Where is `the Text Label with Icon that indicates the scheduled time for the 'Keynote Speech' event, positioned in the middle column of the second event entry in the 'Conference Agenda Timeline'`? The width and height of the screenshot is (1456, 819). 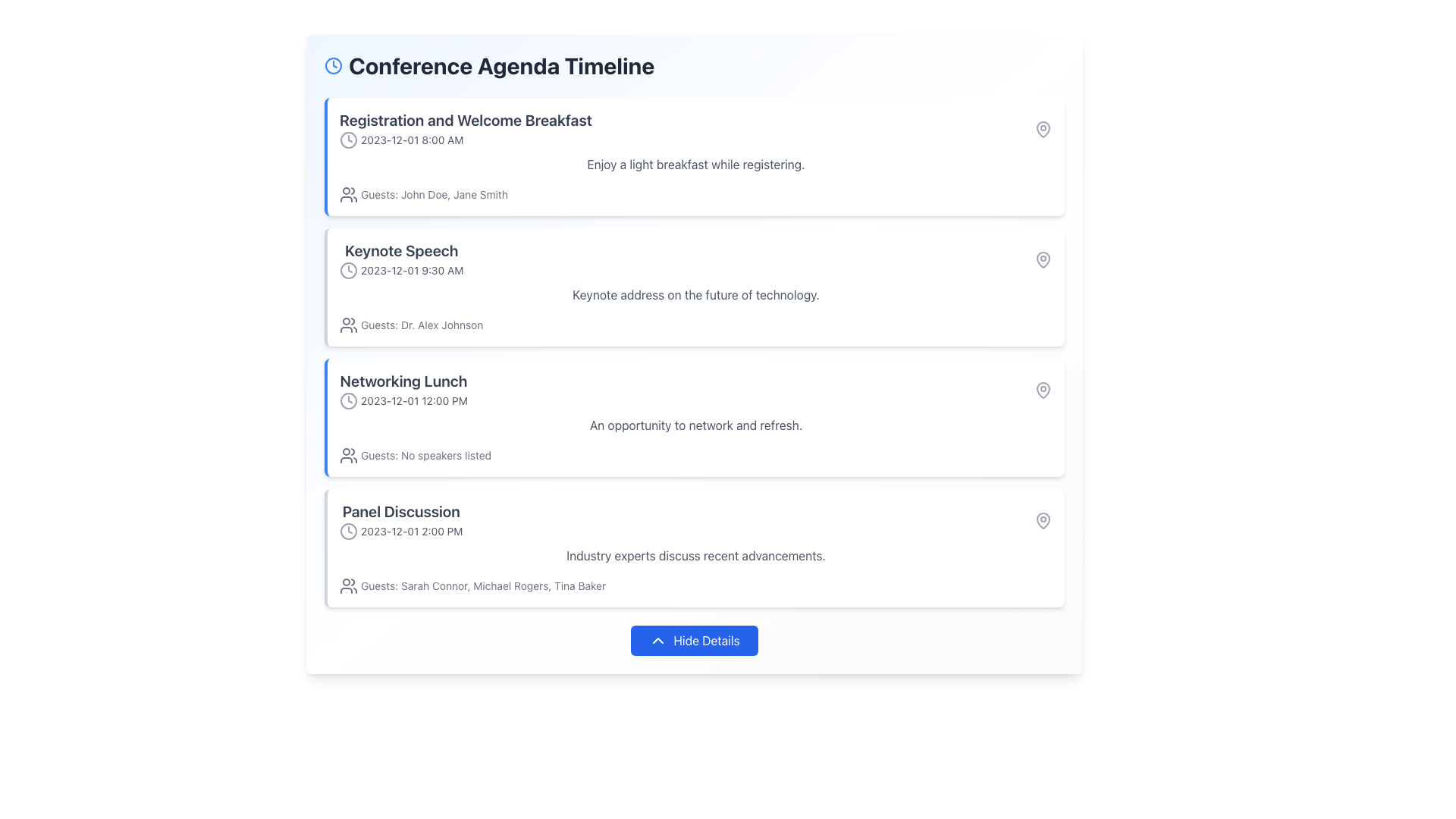 the Text Label with Icon that indicates the scheduled time for the 'Keynote Speech' event, positioned in the middle column of the second event entry in the 'Conference Agenda Timeline' is located at coordinates (401, 270).